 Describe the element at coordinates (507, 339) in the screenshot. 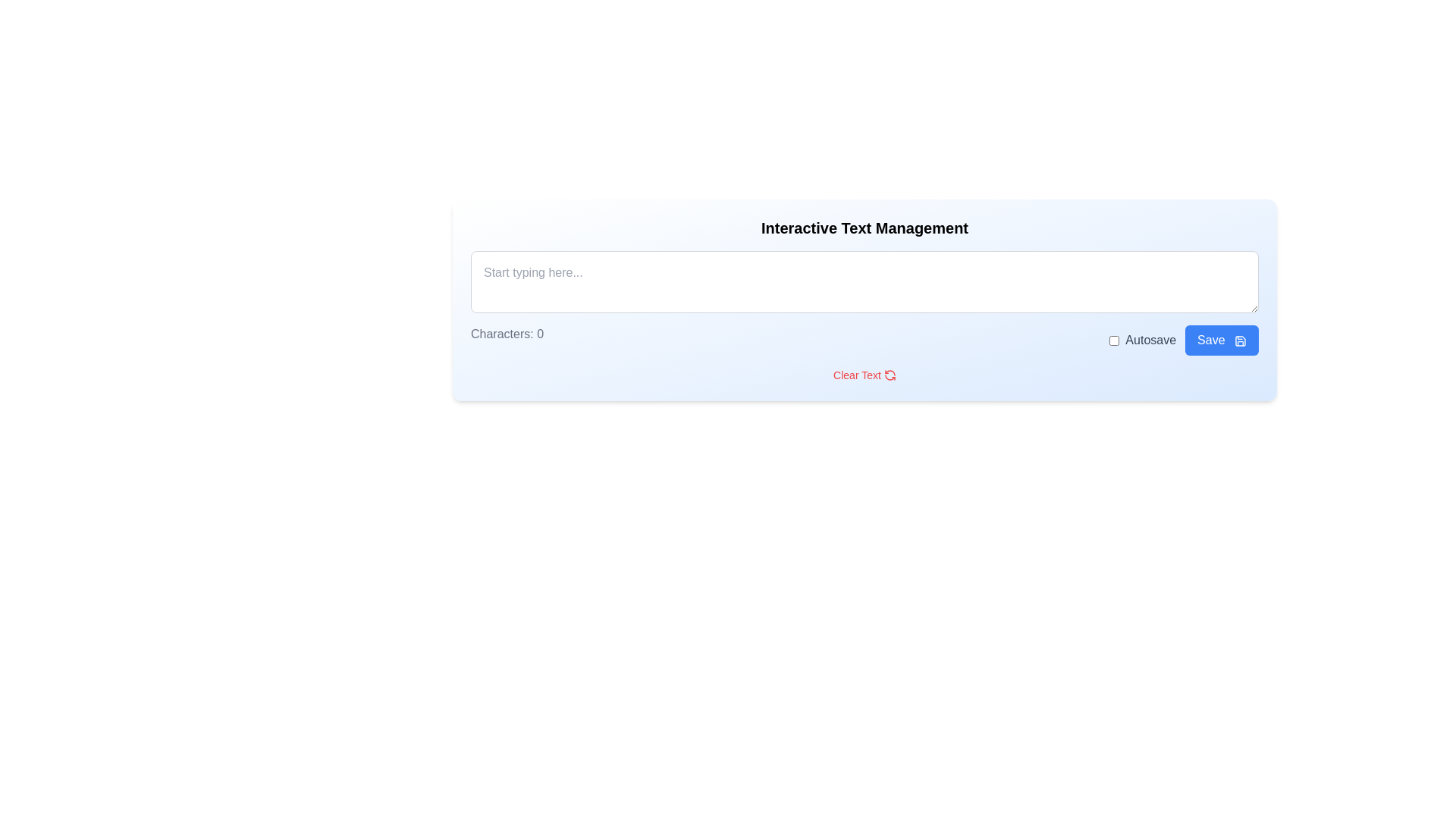

I see `the static text label displaying 'Characters: 0' which is aligned to the left at the bottom of the text input field` at that location.